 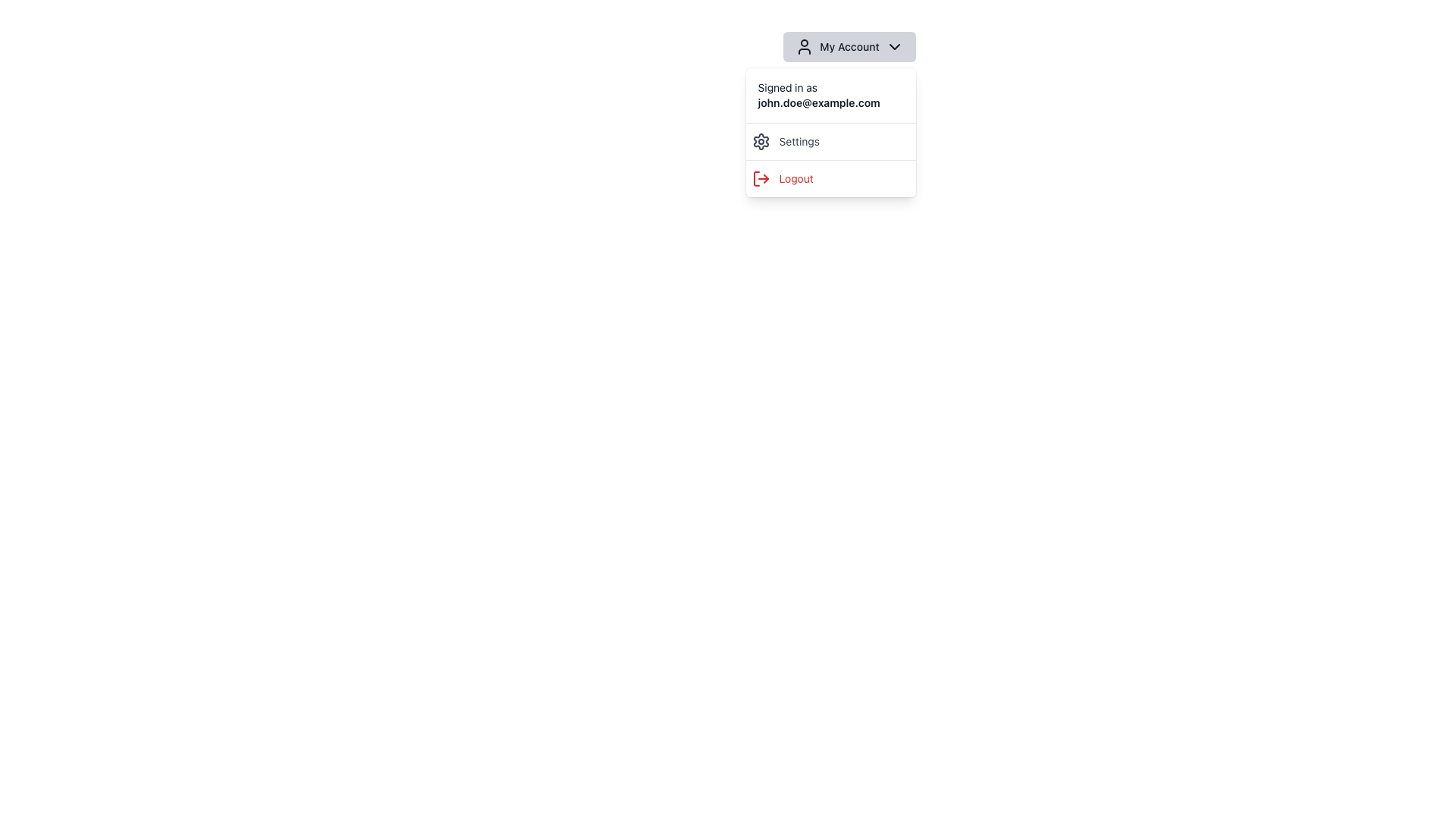 What do you see at coordinates (830, 141) in the screenshot?
I see `the second menu item located between 'Signed in as' and 'Logout', which navigates to the settings or configuration page` at bounding box center [830, 141].